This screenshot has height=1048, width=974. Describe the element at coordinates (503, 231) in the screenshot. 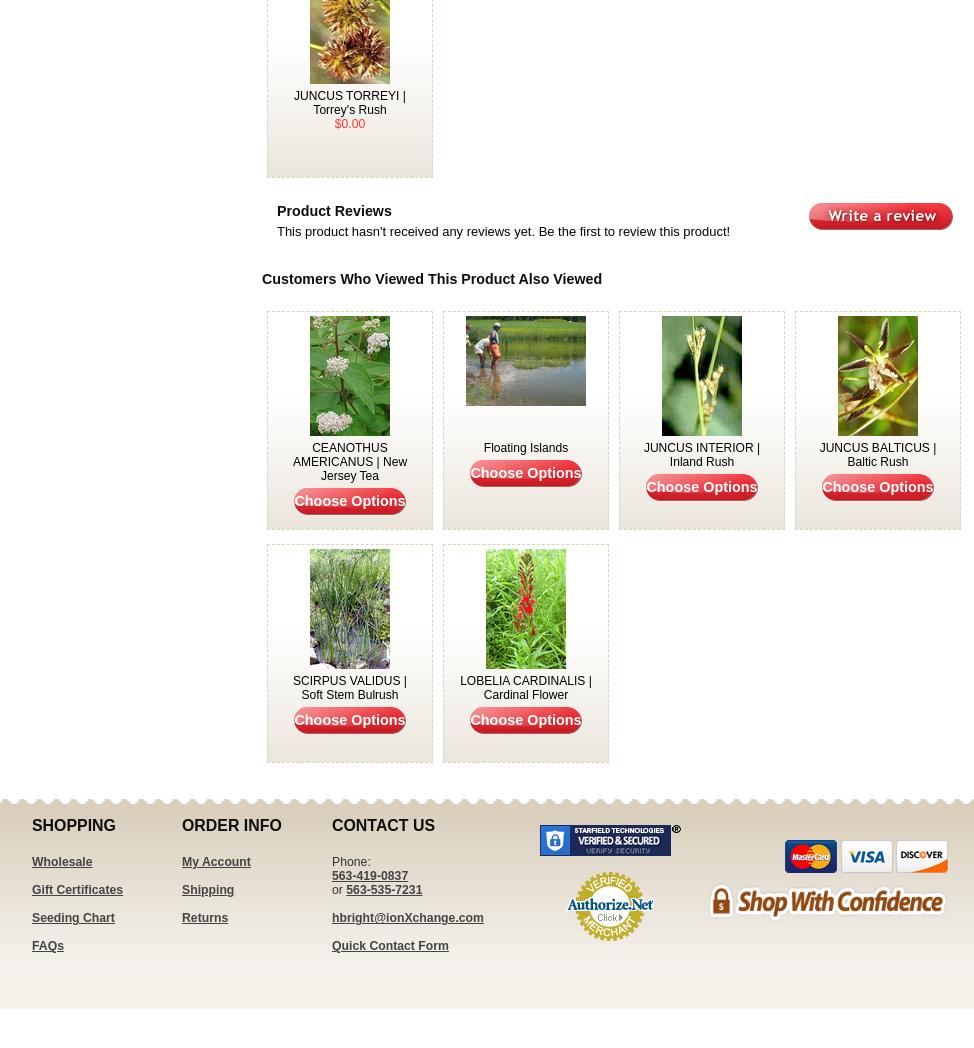

I see `'This product hasn't received any reviews yet. Be the first to review this product!'` at that location.